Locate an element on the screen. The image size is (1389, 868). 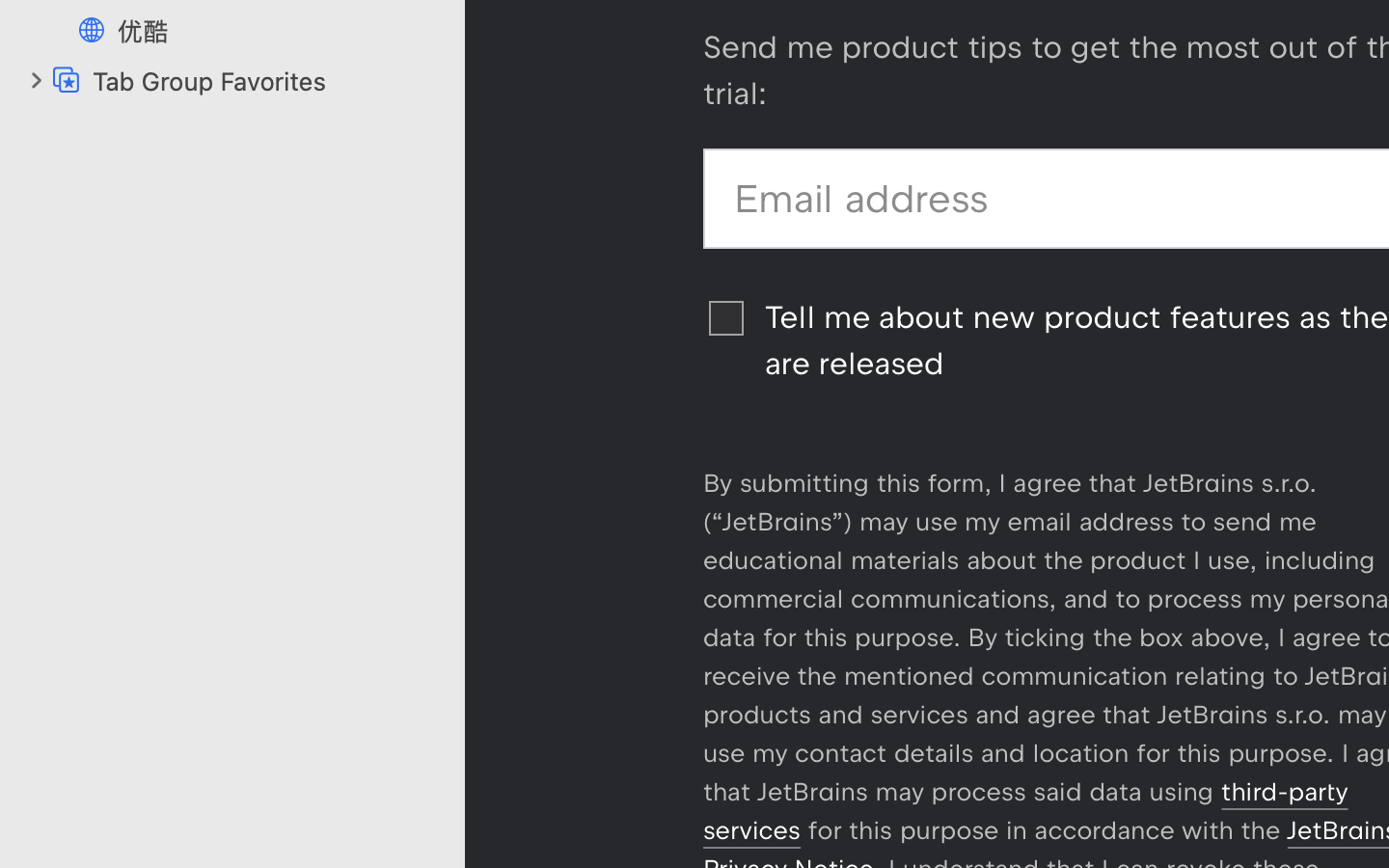
'Tab Group Favorites' is located at coordinates (267, 79).